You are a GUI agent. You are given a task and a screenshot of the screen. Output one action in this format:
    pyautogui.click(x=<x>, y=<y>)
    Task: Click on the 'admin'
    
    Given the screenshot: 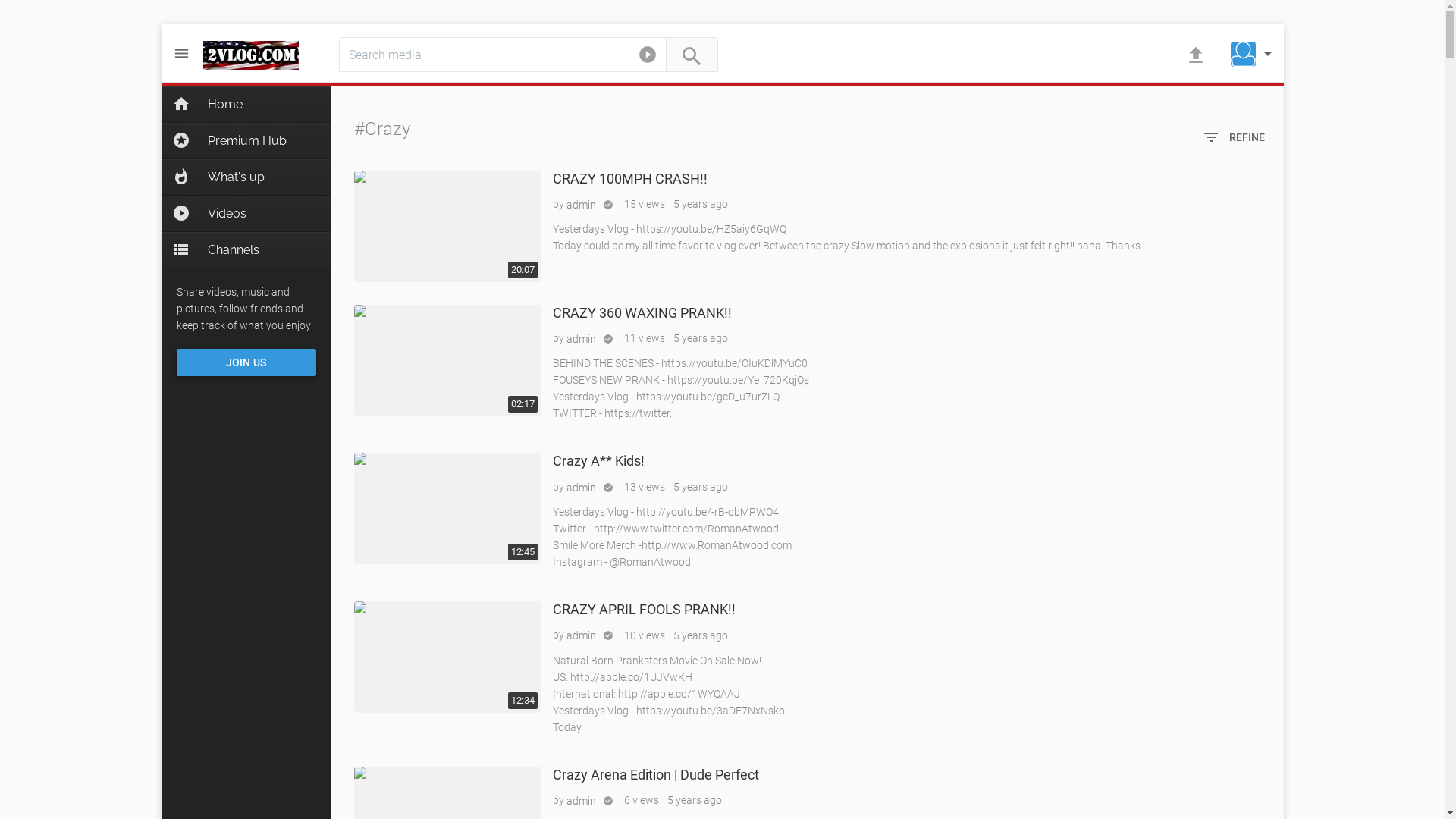 What is the action you would take?
    pyautogui.click(x=579, y=205)
    